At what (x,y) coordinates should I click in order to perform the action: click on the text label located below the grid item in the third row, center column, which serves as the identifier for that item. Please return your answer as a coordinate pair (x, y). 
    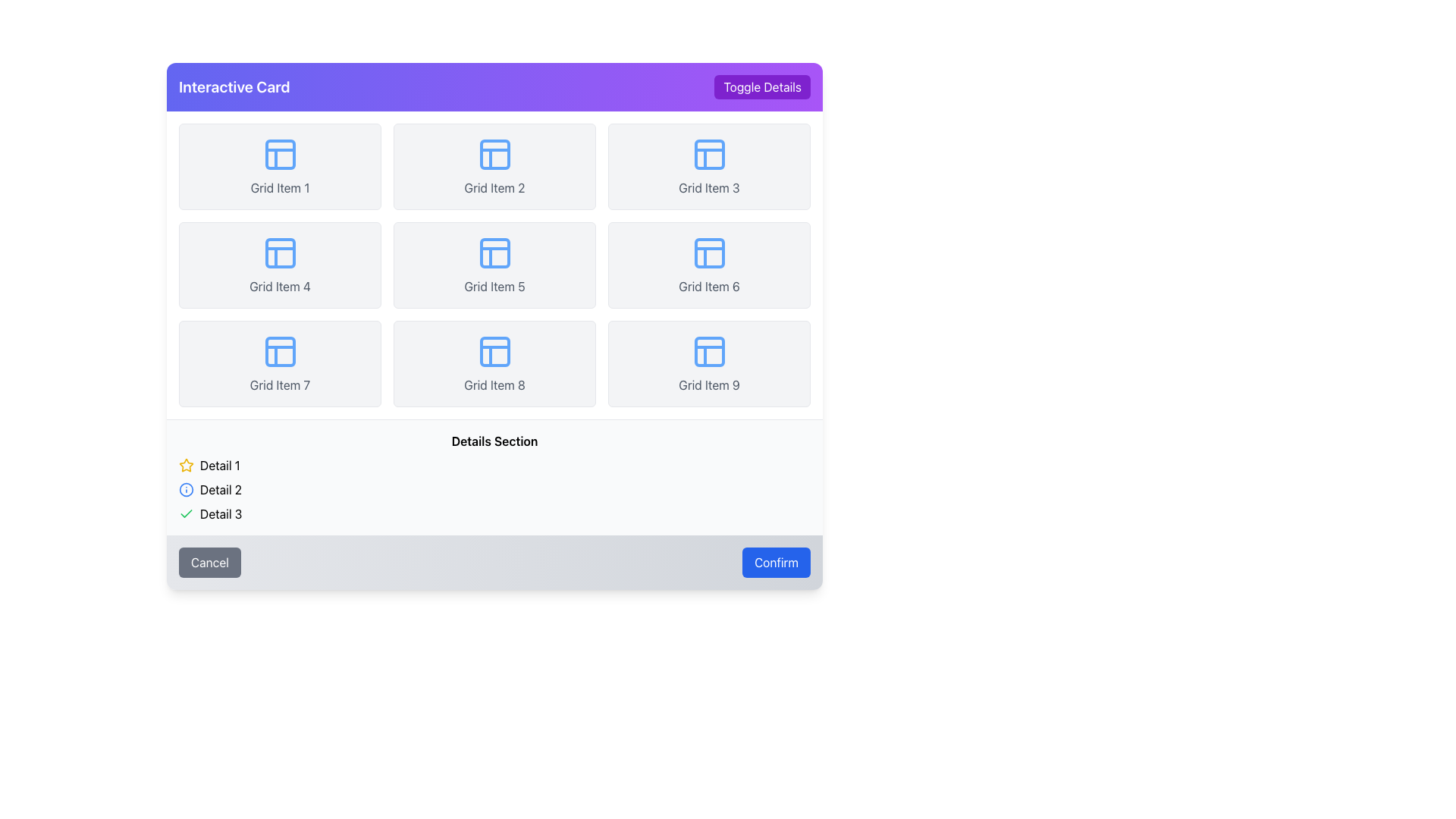
    Looking at the image, I should click on (494, 384).